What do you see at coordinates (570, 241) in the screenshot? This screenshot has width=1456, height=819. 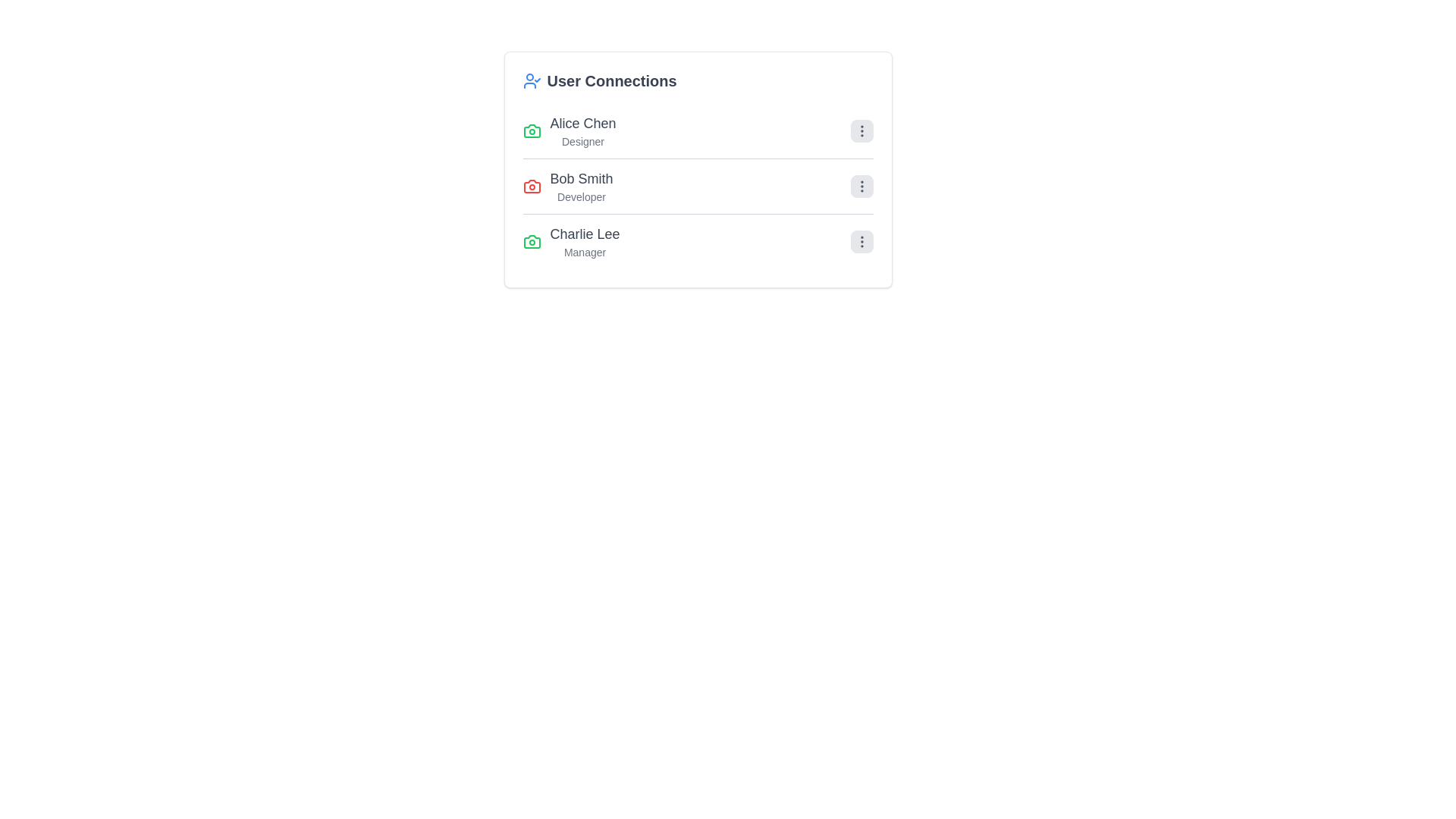 I see `the user information card for 'Charlie Lee', which displays the title 'Manager' and is the third card in the 'User Connections' section` at bounding box center [570, 241].